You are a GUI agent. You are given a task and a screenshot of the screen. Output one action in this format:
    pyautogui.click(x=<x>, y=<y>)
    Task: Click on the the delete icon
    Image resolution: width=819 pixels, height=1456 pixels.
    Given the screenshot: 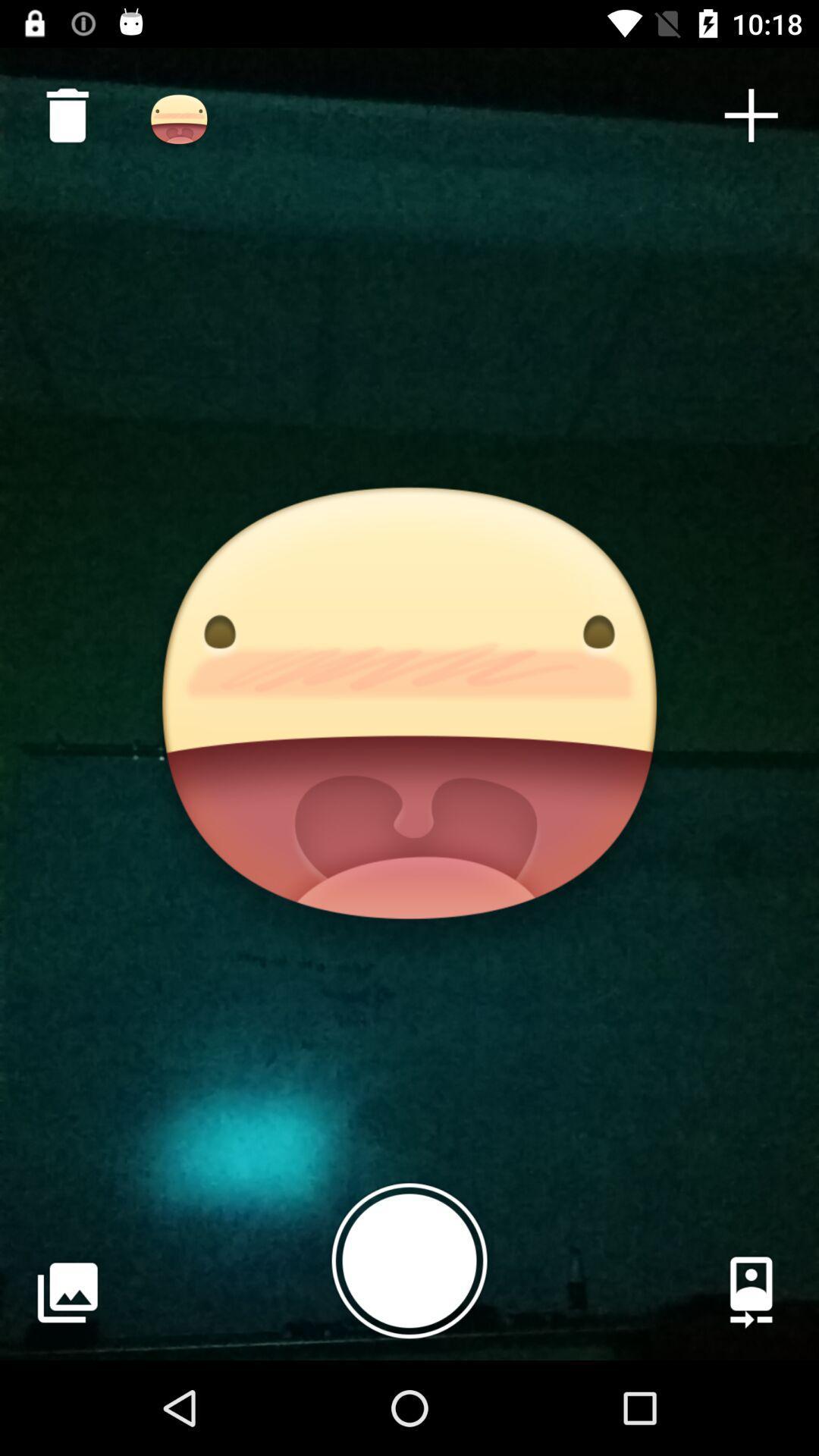 What is the action you would take?
    pyautogui.click(x=61, y=108)
    